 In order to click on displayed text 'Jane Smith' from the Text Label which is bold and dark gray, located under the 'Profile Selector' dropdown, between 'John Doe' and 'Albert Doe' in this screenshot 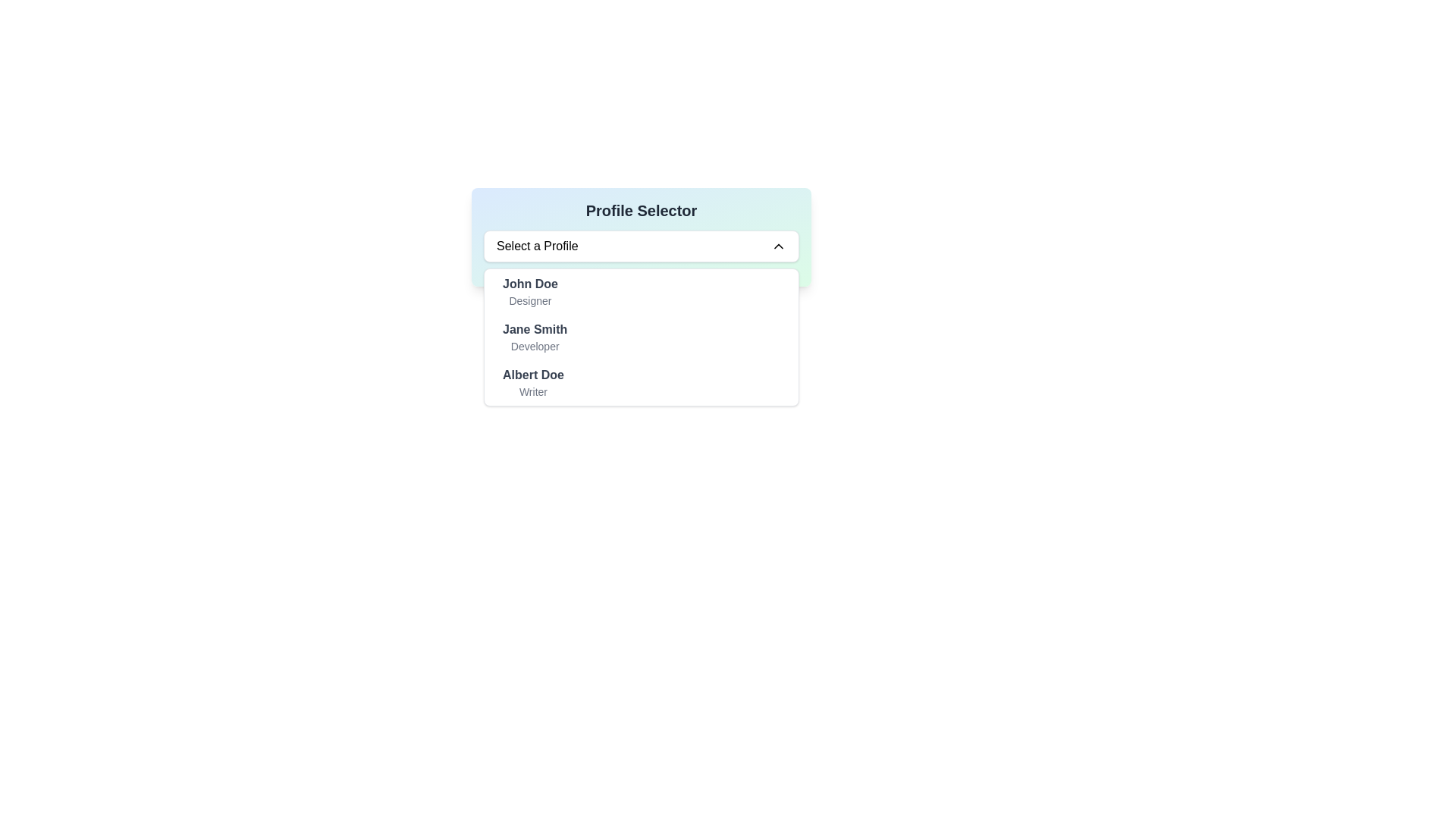, I will do `click(535, 329)`.